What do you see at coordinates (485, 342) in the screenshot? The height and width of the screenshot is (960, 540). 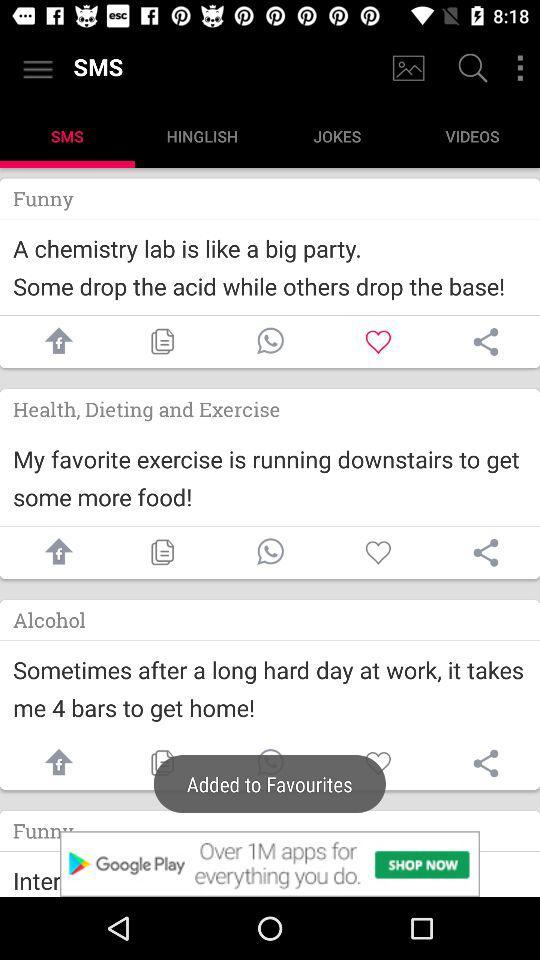 I see `share button` at bounding box center [485, 342].